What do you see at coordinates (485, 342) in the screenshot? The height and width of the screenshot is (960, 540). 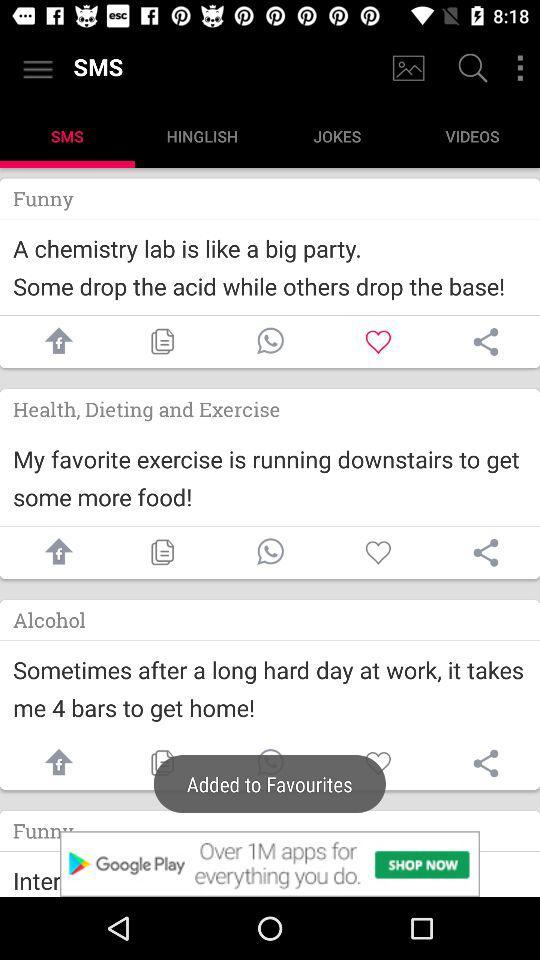 I see `share button` at bounding box center [485, 342].